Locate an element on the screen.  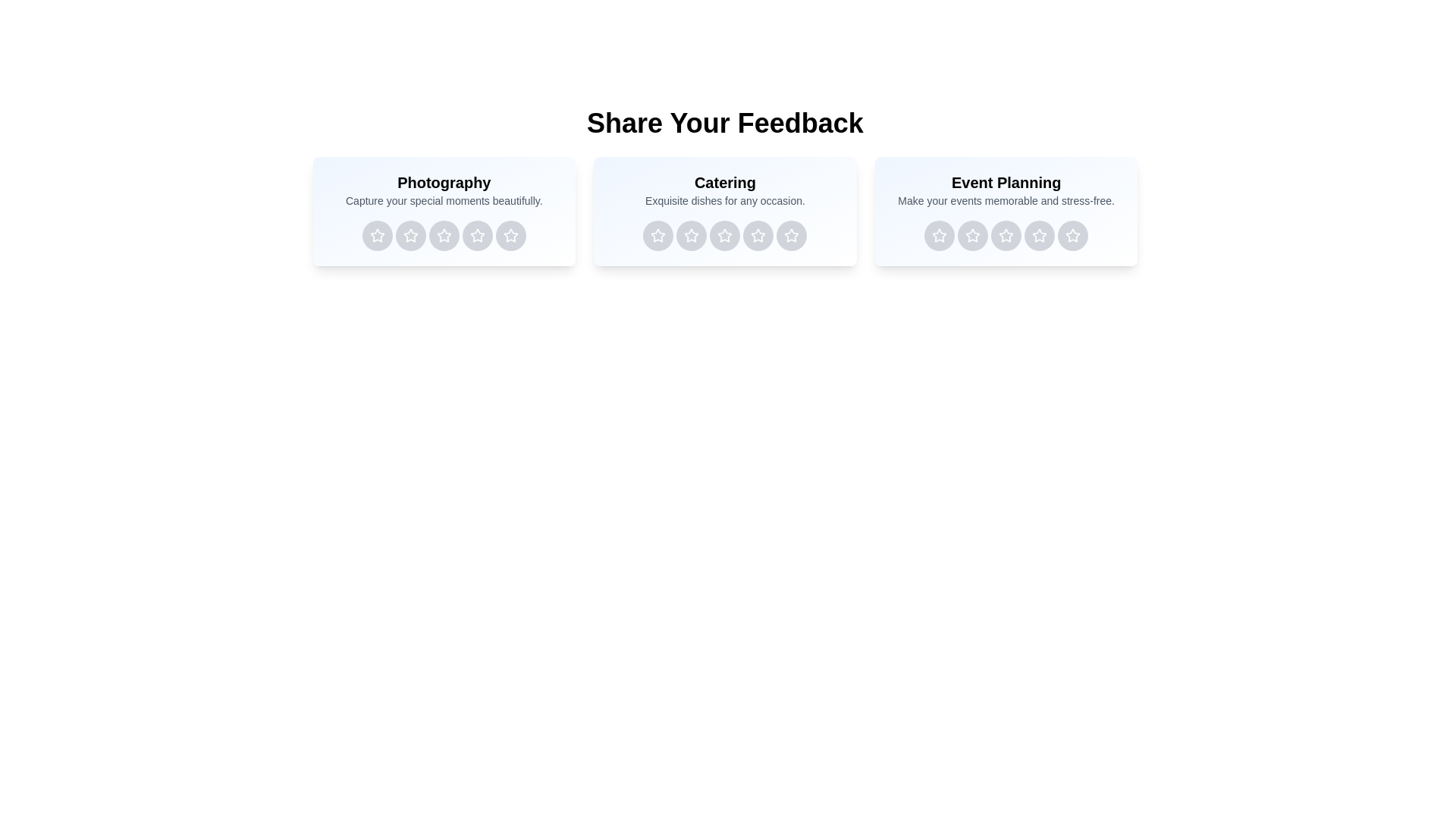
the rating button for Catering service with 2 stars is located at coordinates (691, 236).